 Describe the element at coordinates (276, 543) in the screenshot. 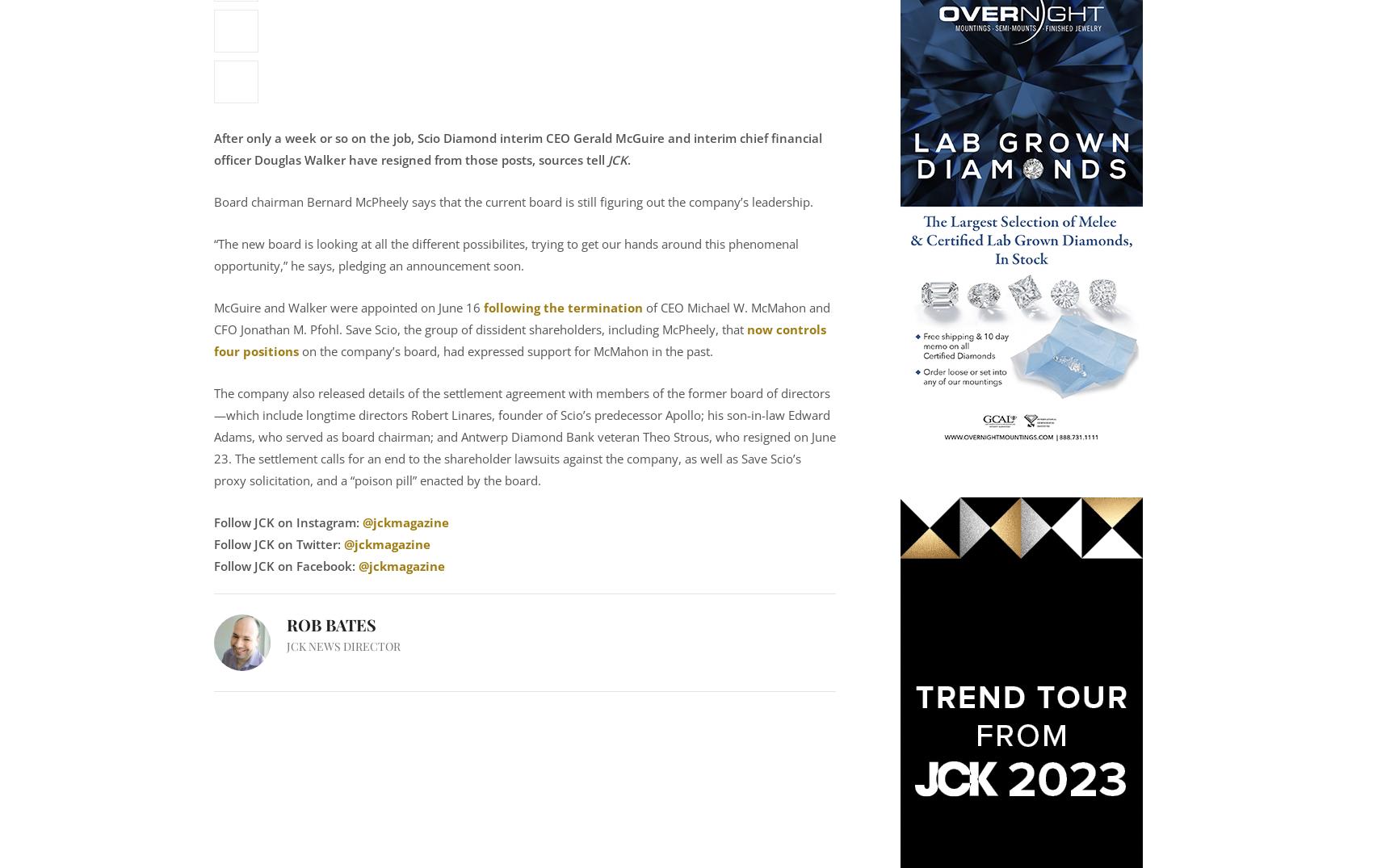

I see `'Follow JCK on Twitter:'` at that location.